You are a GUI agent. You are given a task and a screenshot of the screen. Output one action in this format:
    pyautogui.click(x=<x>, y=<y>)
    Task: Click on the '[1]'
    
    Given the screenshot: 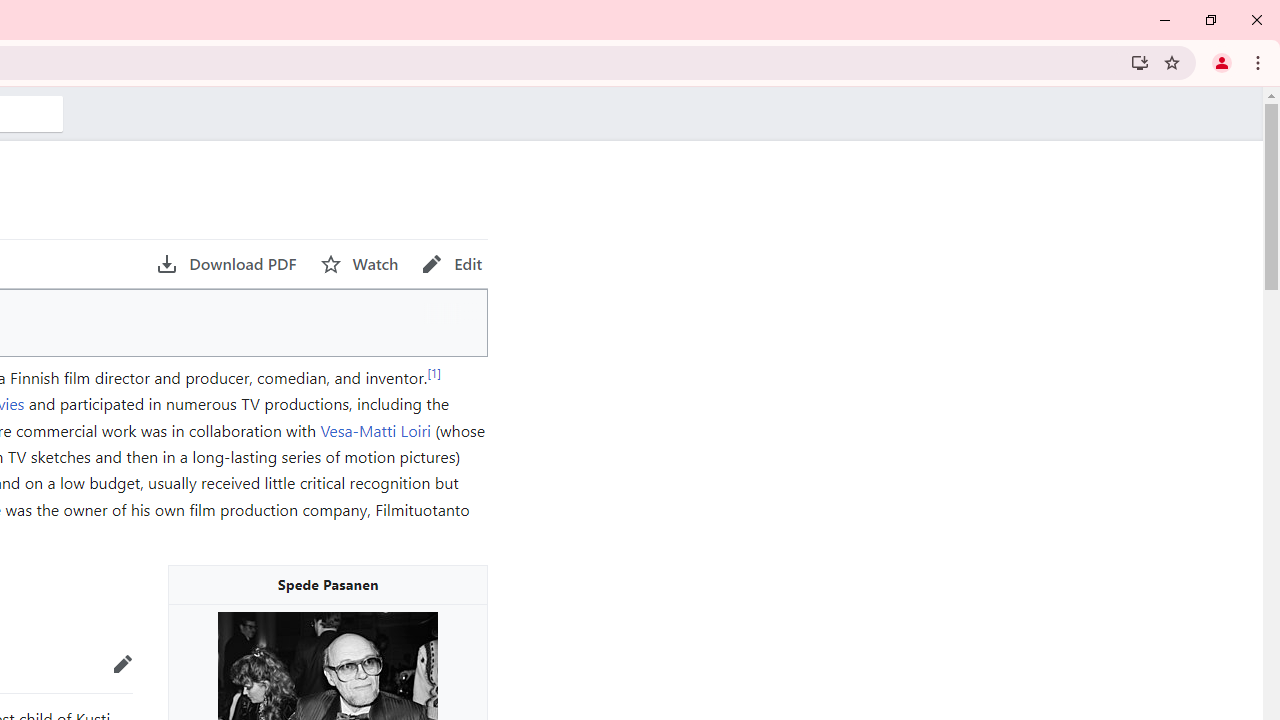 What is the action you would take?
    pyautogui.click(x=433, y=372)
    